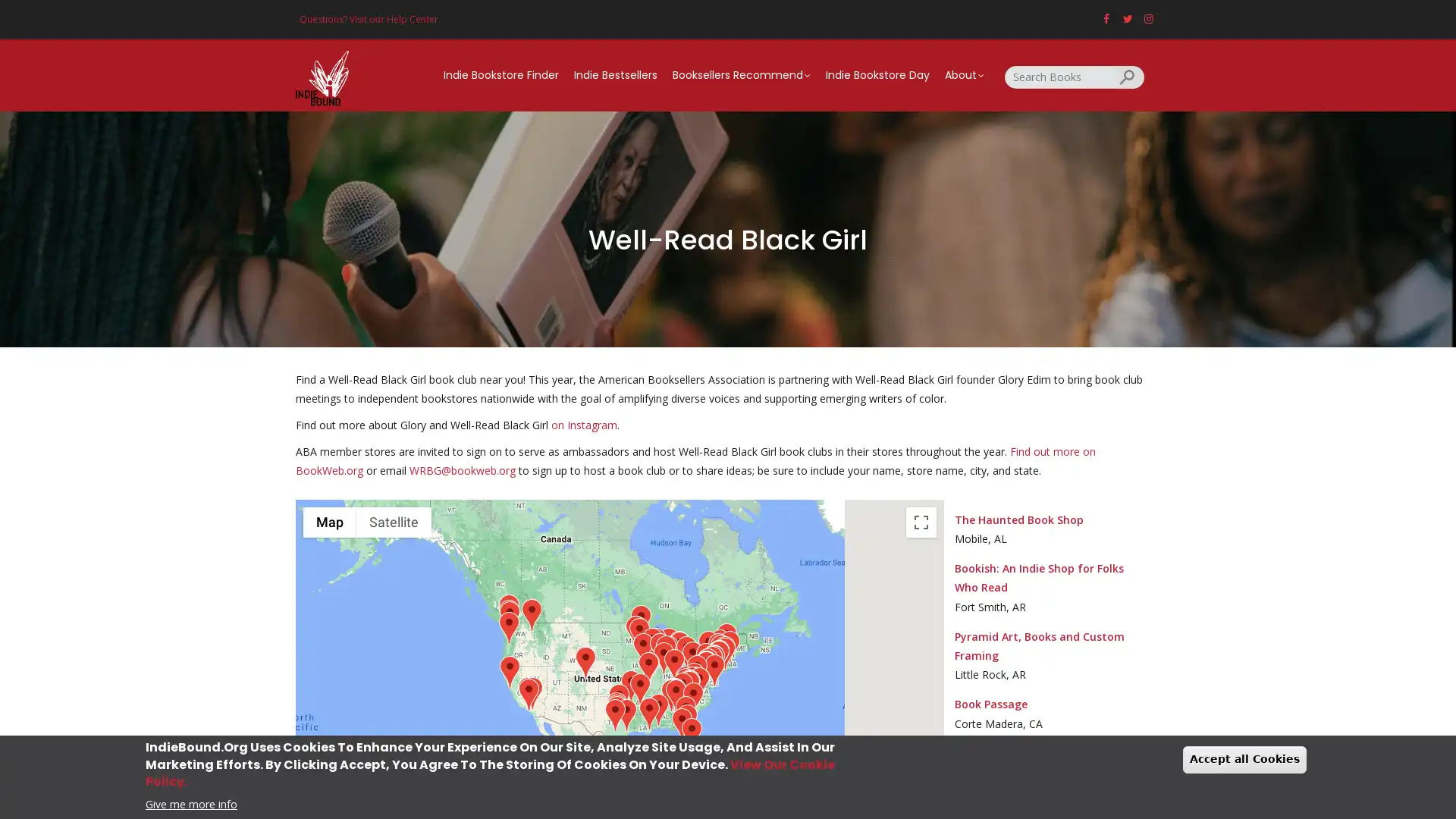 The image size is (1456, 819). I want to click on Sscarlet's Web Bookstore (Online Only), so click(717, 655).